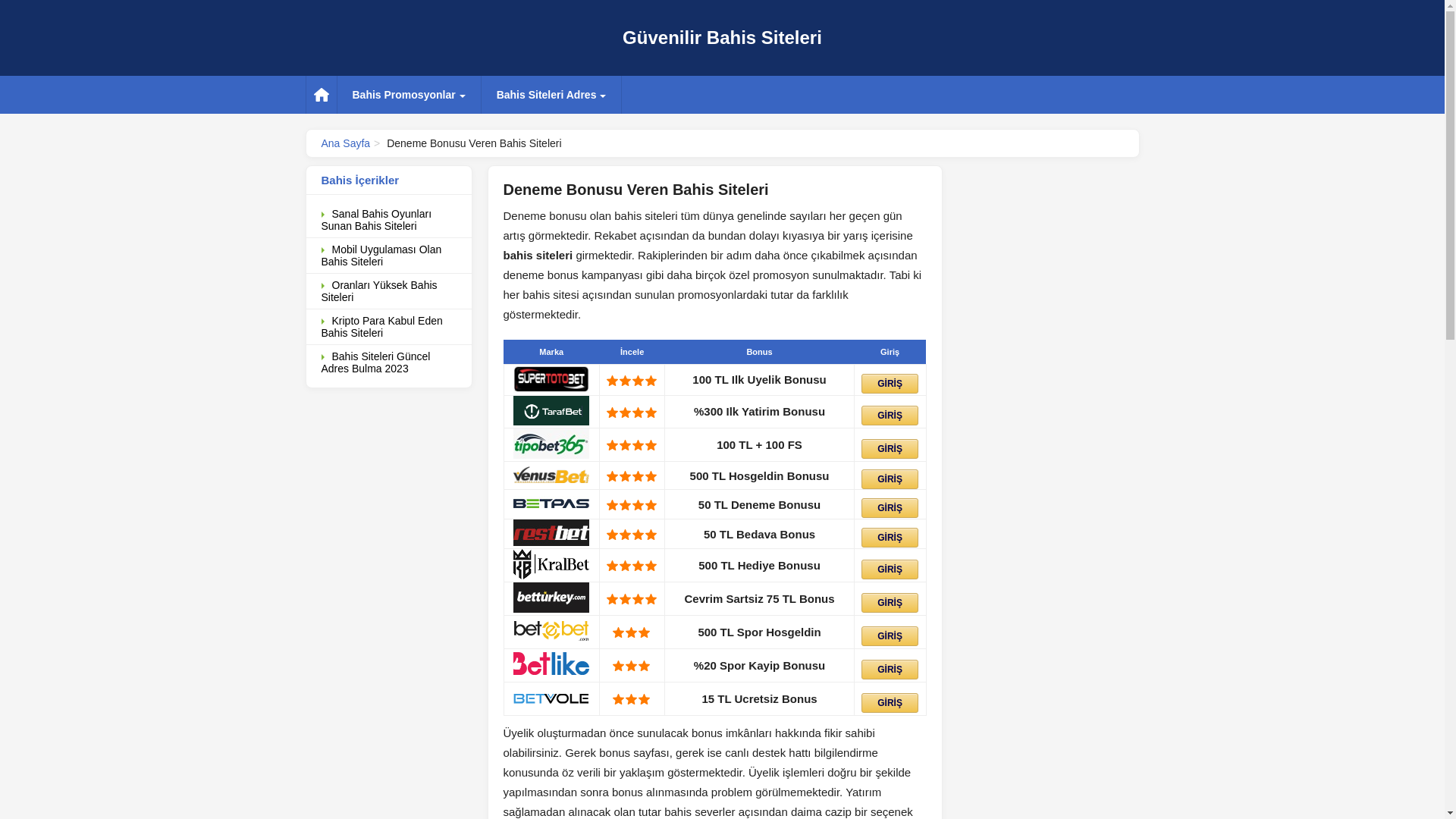 This screenshot has width=1456, height=819. Describe the element at coordinates (345, 143) in the screenshot. I see `'Ana Sayfa'` at that location.